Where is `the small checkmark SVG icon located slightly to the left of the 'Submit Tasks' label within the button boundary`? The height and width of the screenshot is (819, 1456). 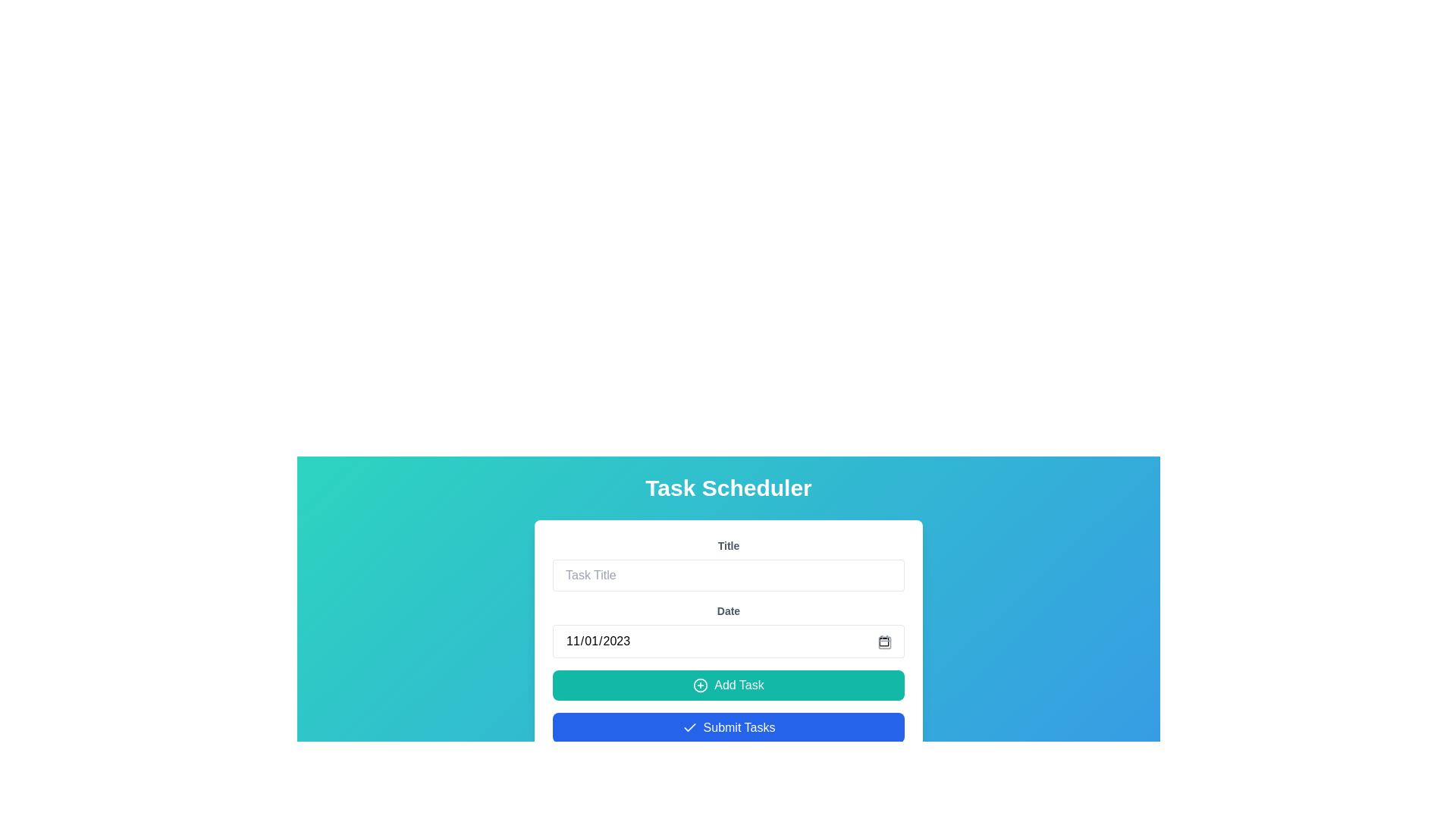
the small checkmark SVG icon located slightly to the left of the 'Submit Tasks' label within the button boundary is located at coordinates (689, 727).